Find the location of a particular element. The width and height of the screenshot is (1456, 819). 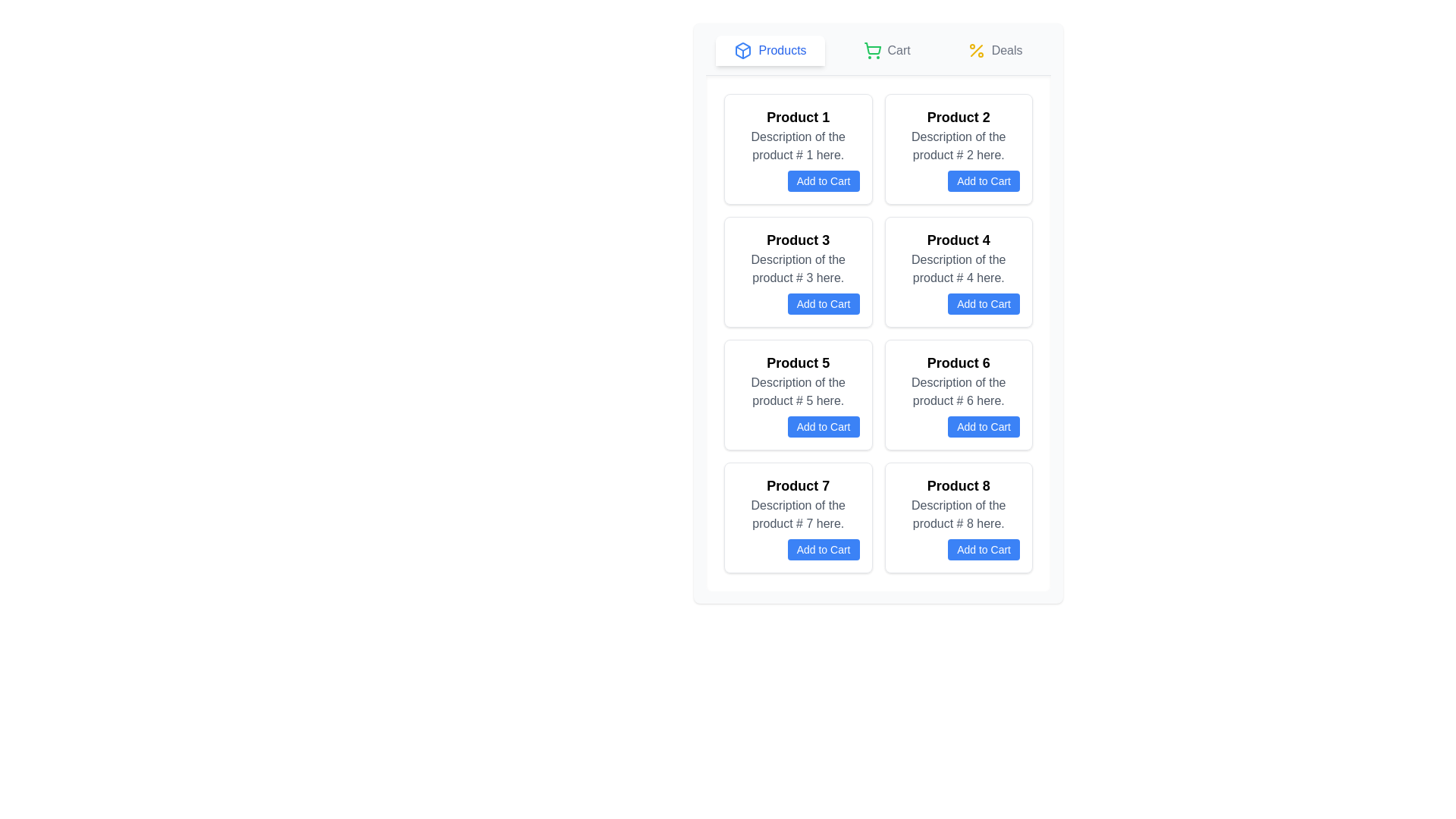

the text label displaying 'Cart' located on the top right side of the user interface, adjacent to a green shopping cart icon is located at coordinates (899, 49).